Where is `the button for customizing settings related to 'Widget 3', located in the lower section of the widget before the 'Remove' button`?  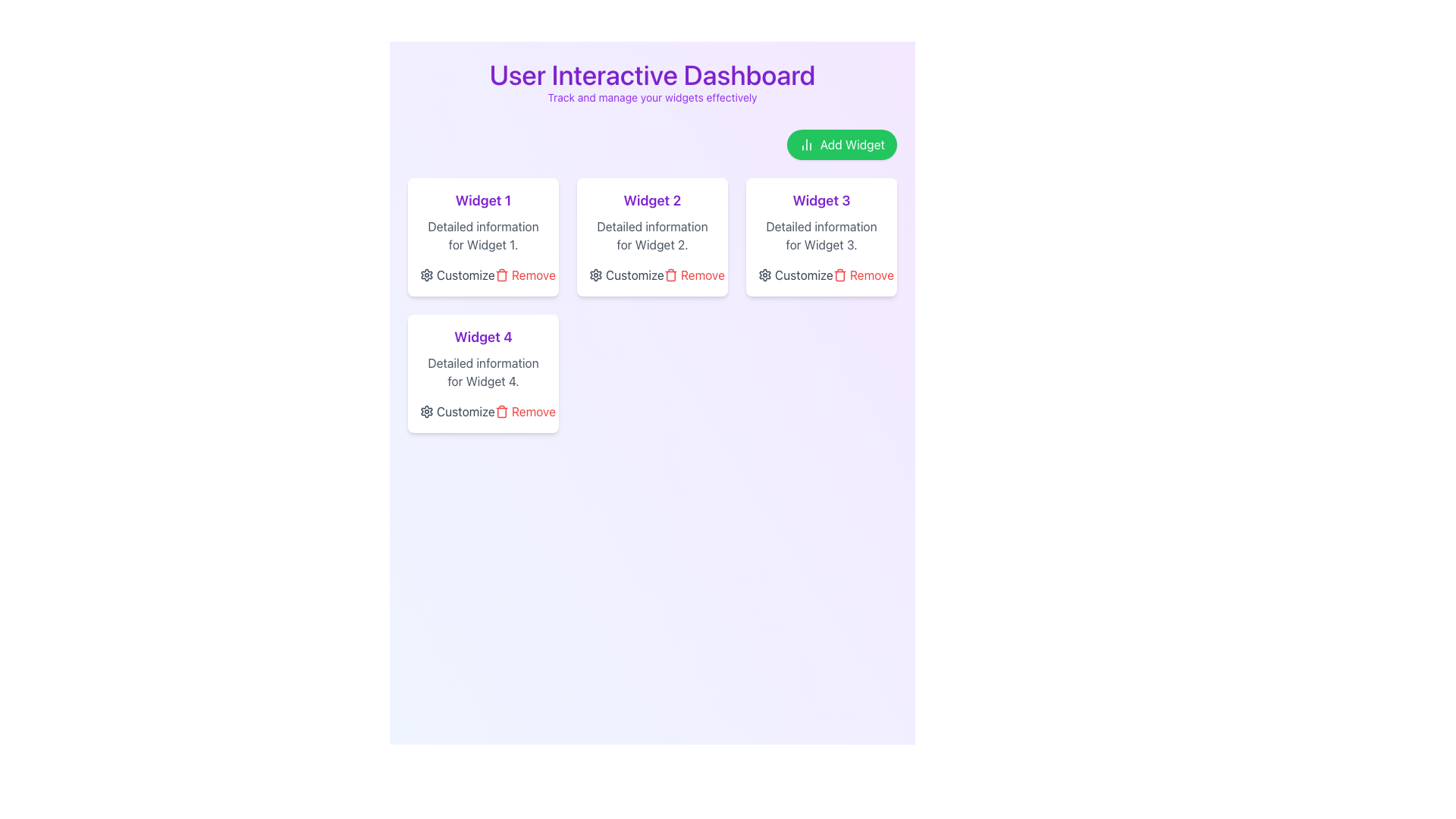 the button for customizing settings related to 'Widget 3', located in the lower section of the widget before the 'Remove' button is located at coordinates (795, 275).